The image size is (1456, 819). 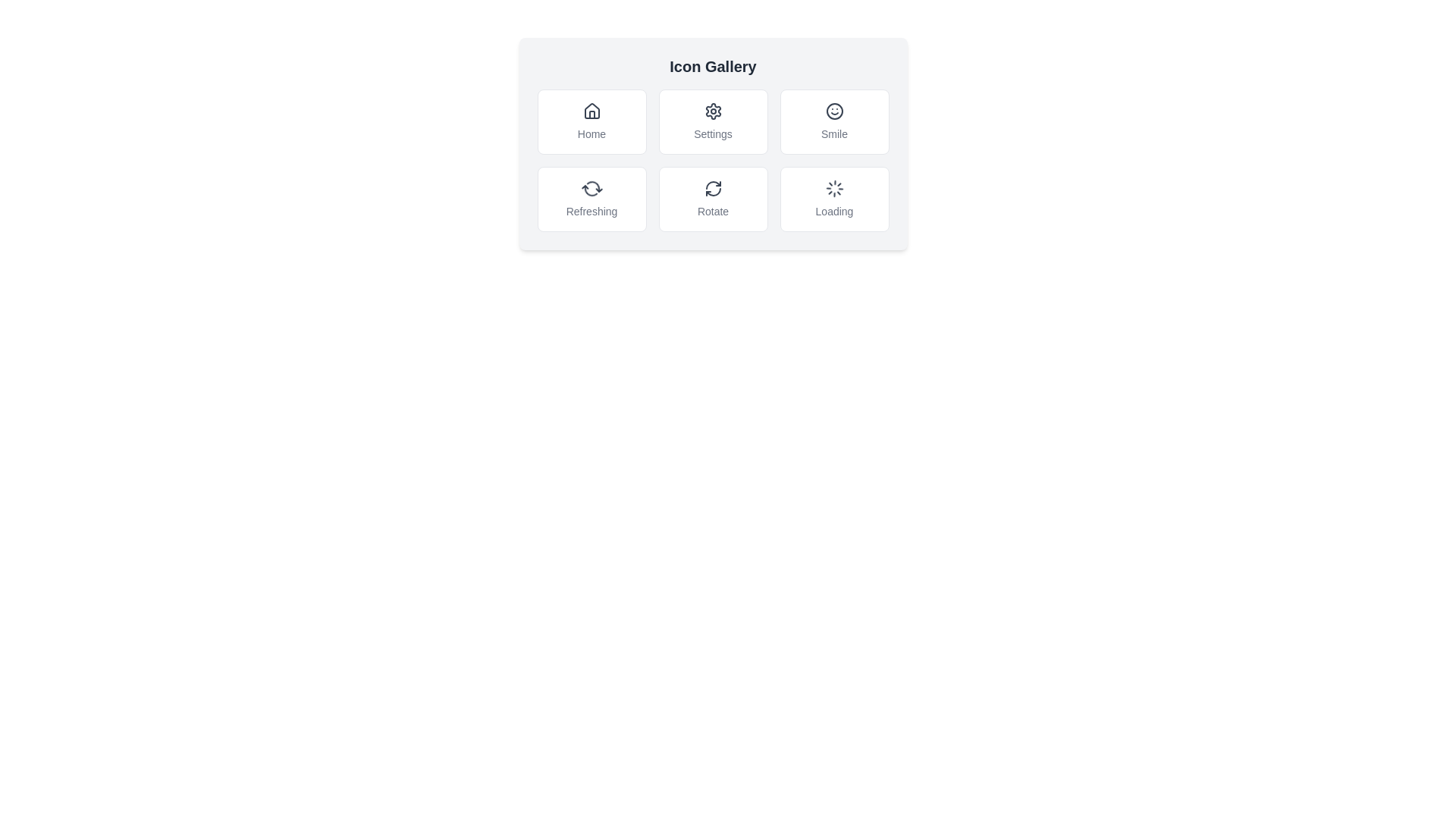 What do you see at coordinates (591, 188) in the screenshot?
I see `the refresh icon located in the 'Refreshing' card, which is positioned in the third row, first column of the icon gallery` at bounding box center [591, 188].